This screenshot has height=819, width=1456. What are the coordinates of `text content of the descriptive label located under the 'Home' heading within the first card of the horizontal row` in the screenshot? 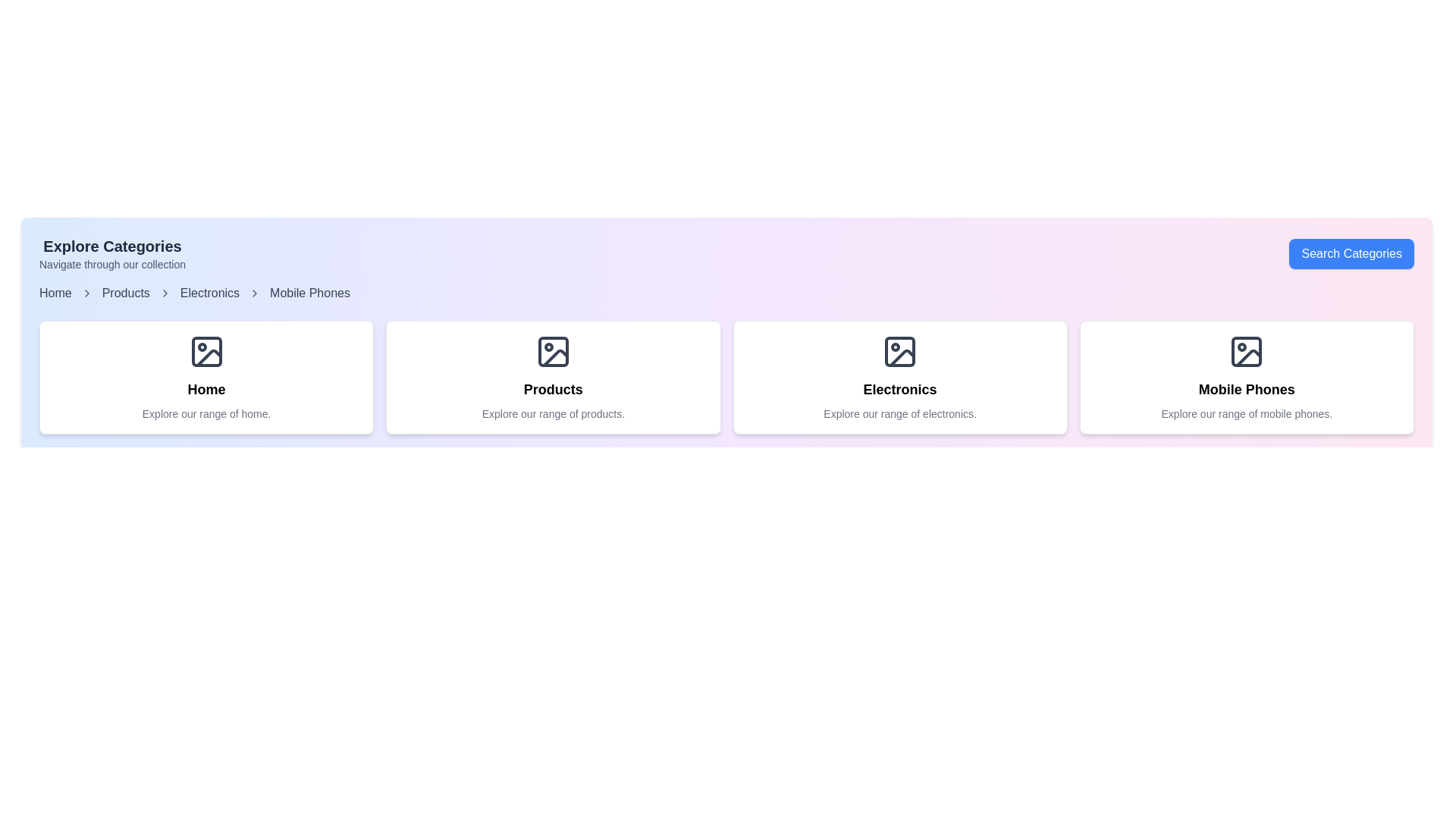 It's located at (206, 414).